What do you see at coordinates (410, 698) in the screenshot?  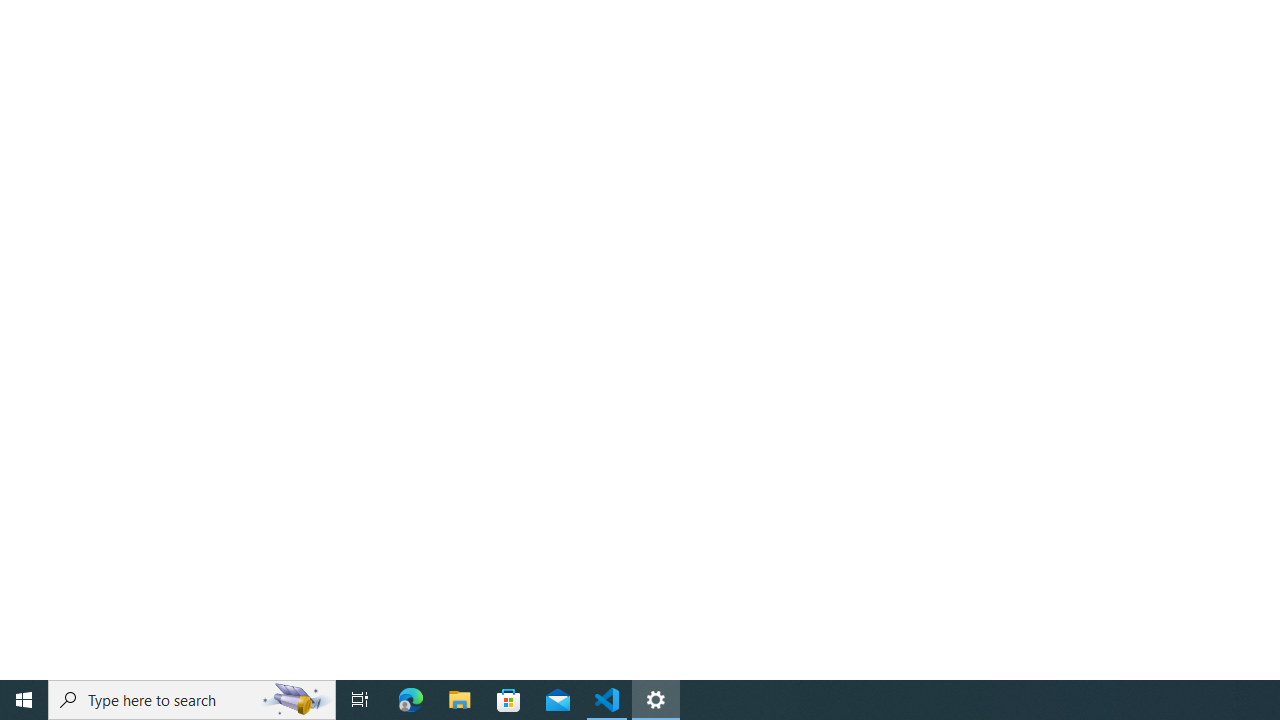 I see `'Microsoft Edge'` at bounding box center [410, 698].